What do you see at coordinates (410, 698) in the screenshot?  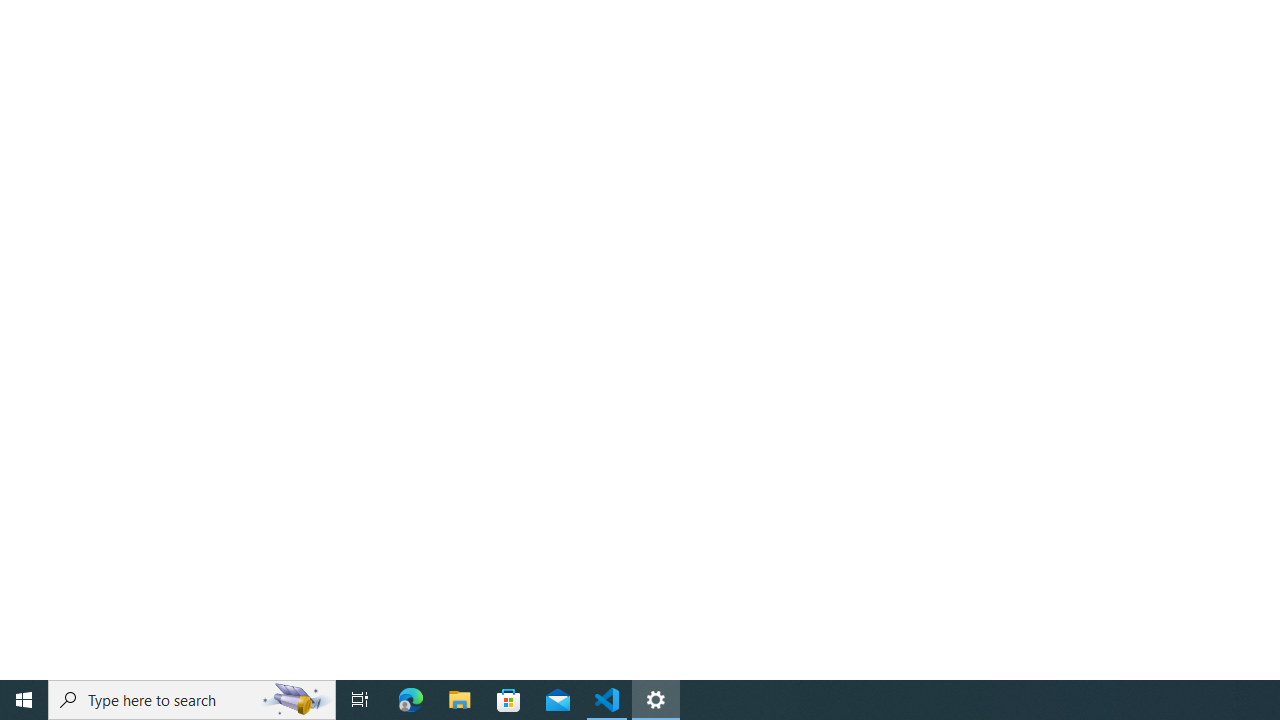 I see `'Microsoft Edge'` at bounding box center [410, 698].